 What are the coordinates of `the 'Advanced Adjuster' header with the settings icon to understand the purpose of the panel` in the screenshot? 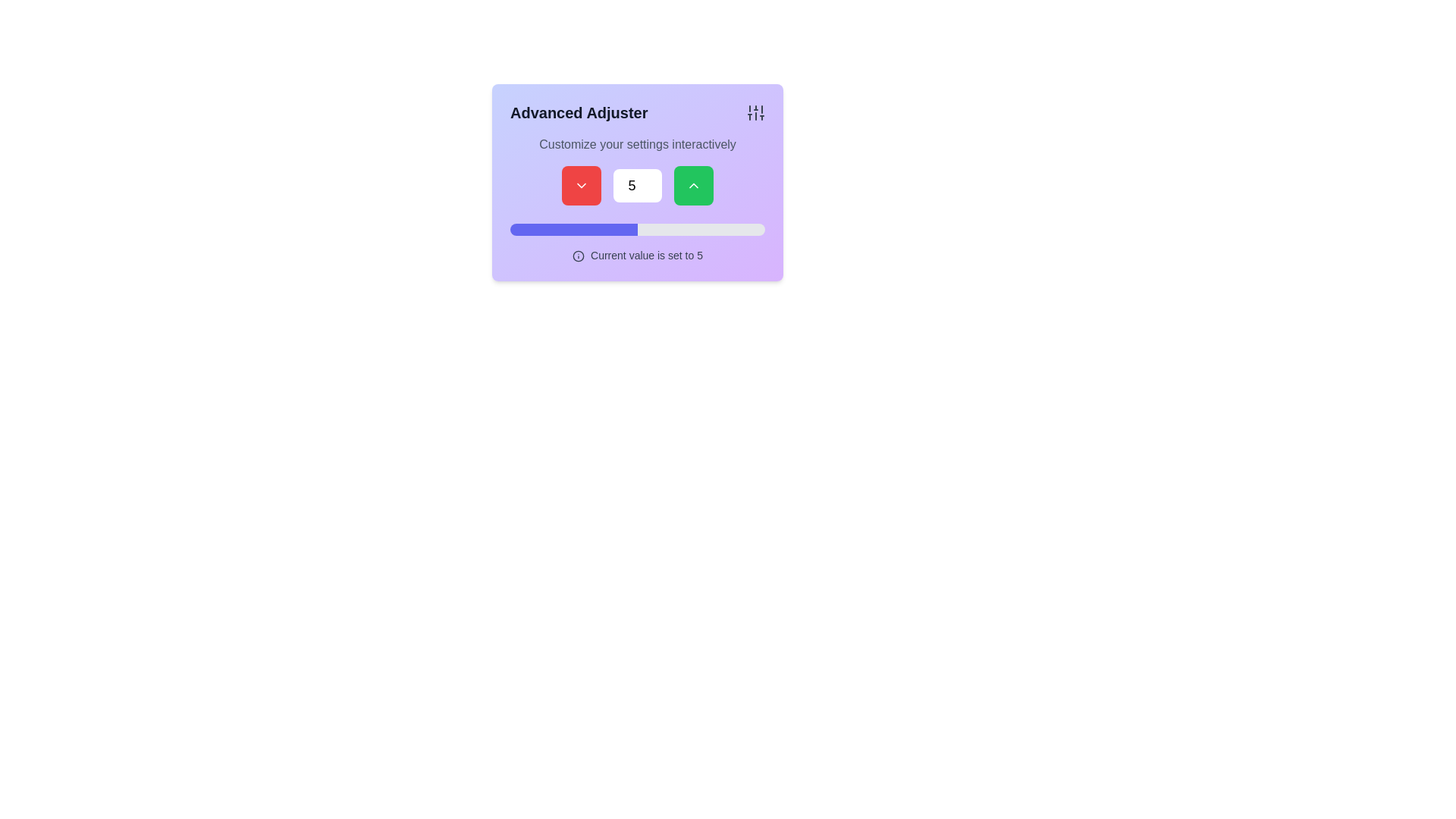 It's located at (637, 112).